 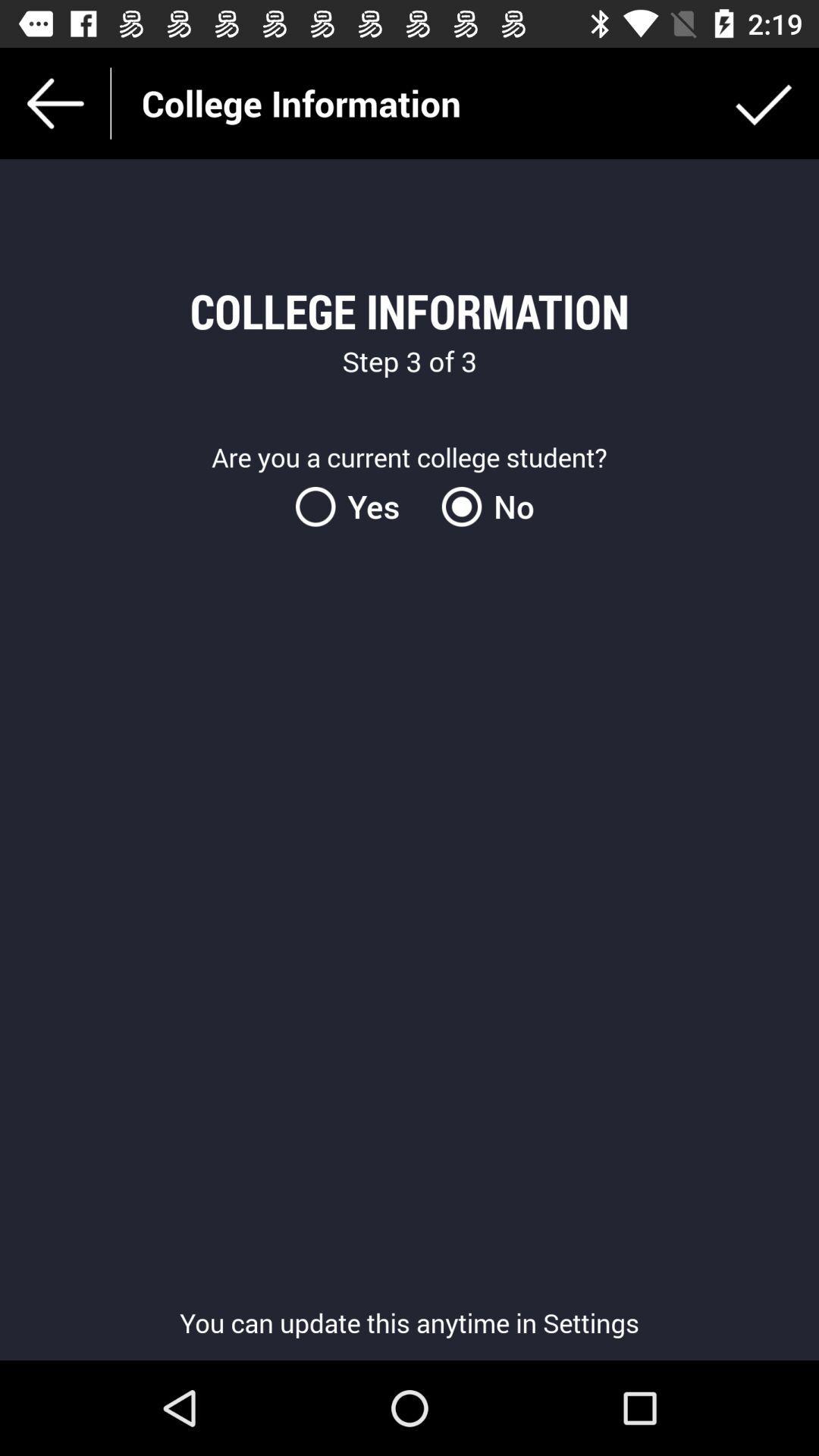 I want to click on the item above you can update, so click(x=482, y=507).